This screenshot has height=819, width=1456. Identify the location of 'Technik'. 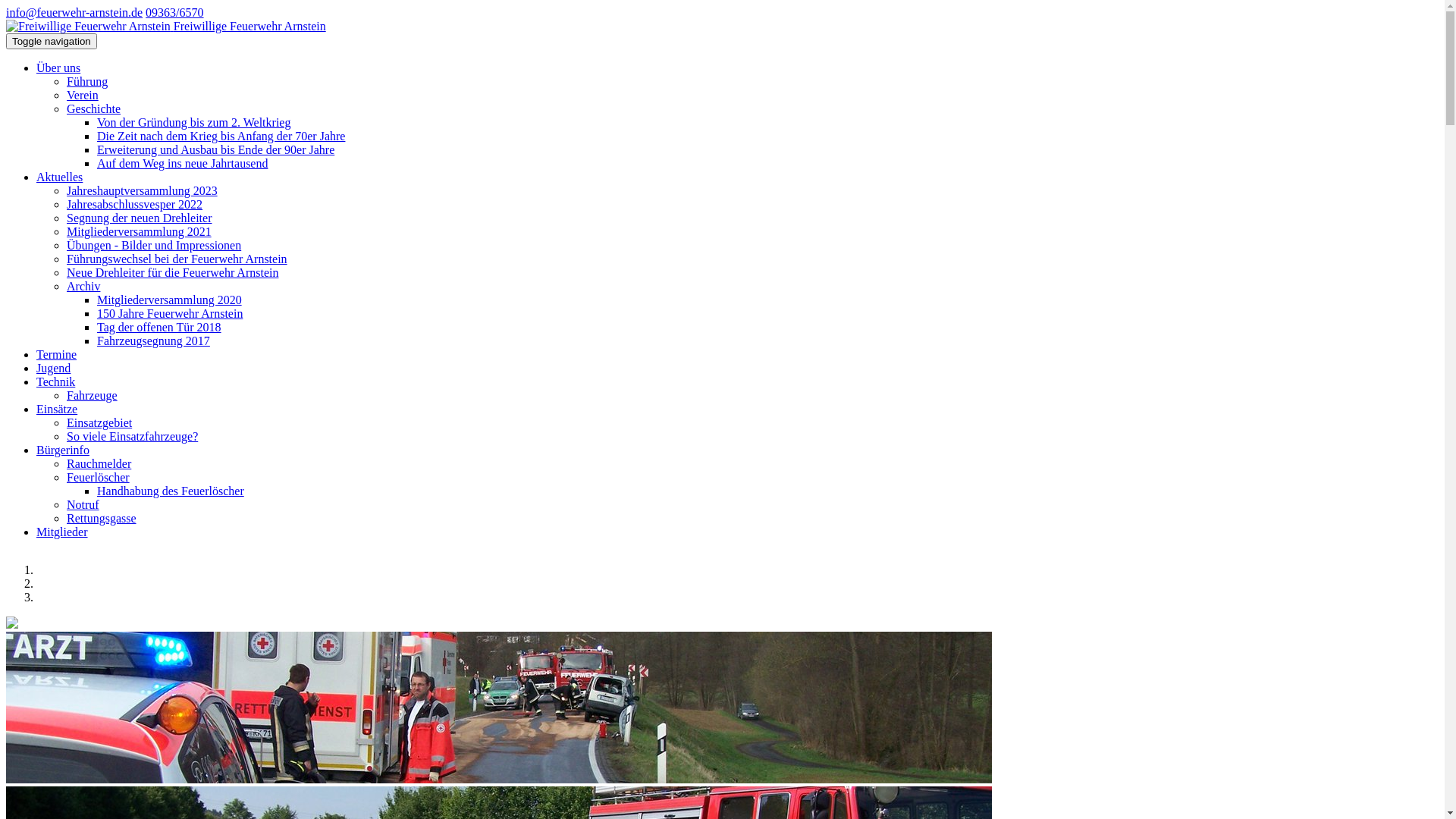
(55, 381).